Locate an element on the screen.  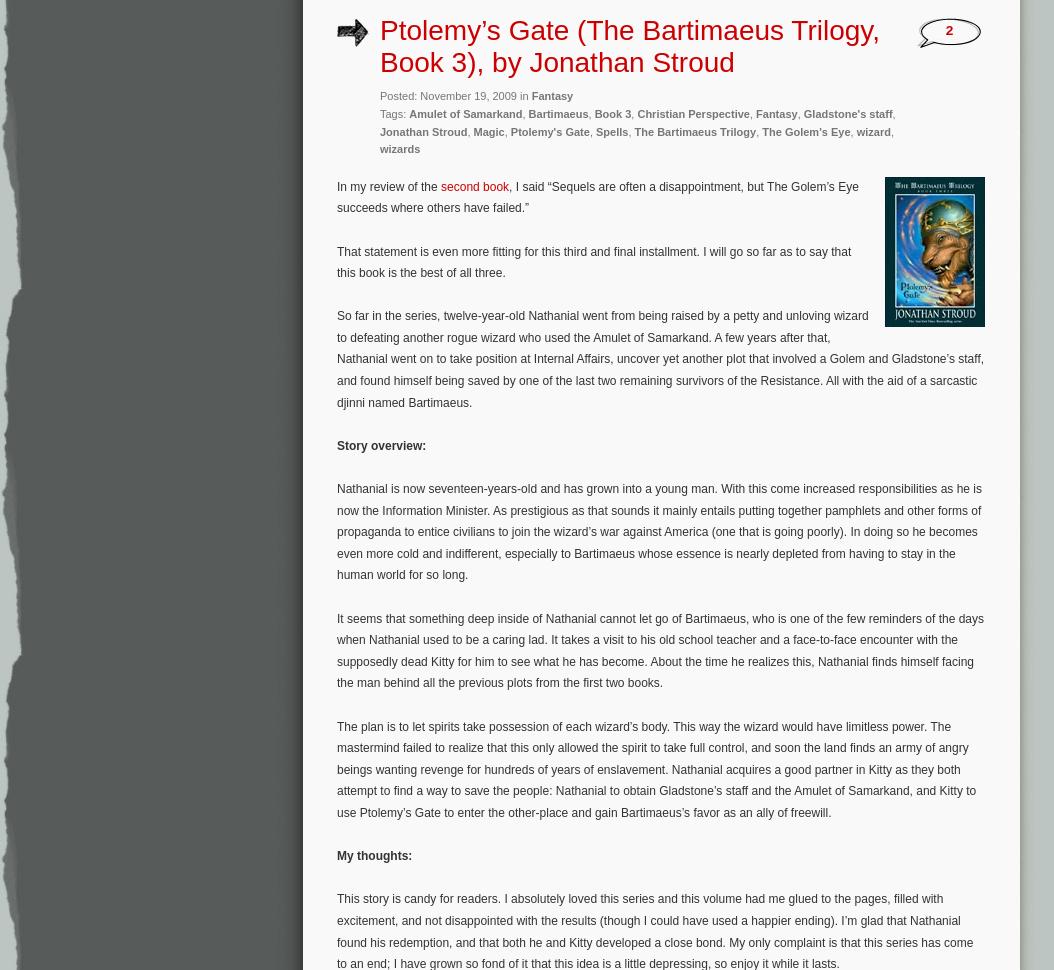
'Ptolemy's Gate' is located at coordinates (549, 131).